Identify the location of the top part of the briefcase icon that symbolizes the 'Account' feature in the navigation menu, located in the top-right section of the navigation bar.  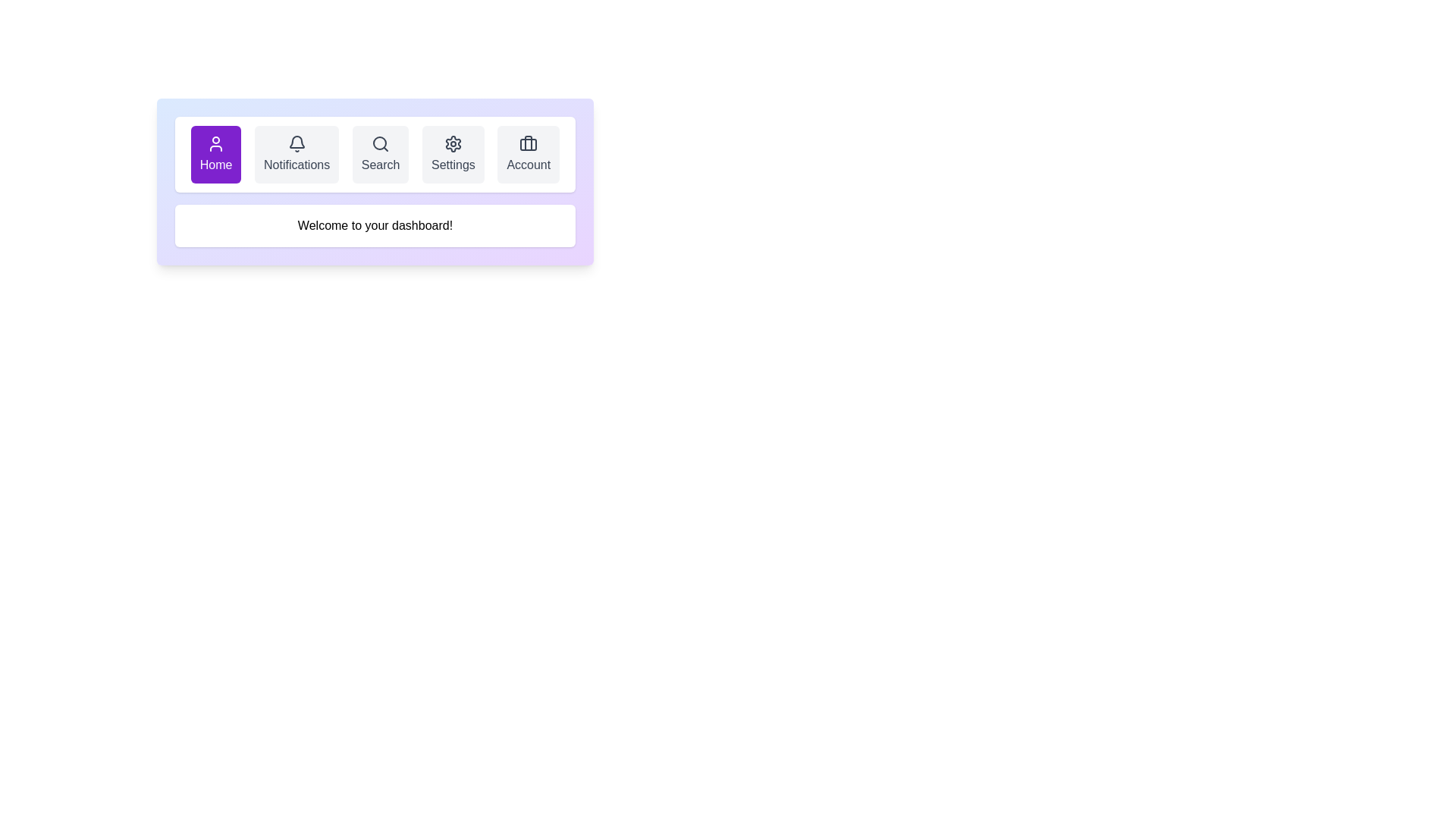
(529, 143).